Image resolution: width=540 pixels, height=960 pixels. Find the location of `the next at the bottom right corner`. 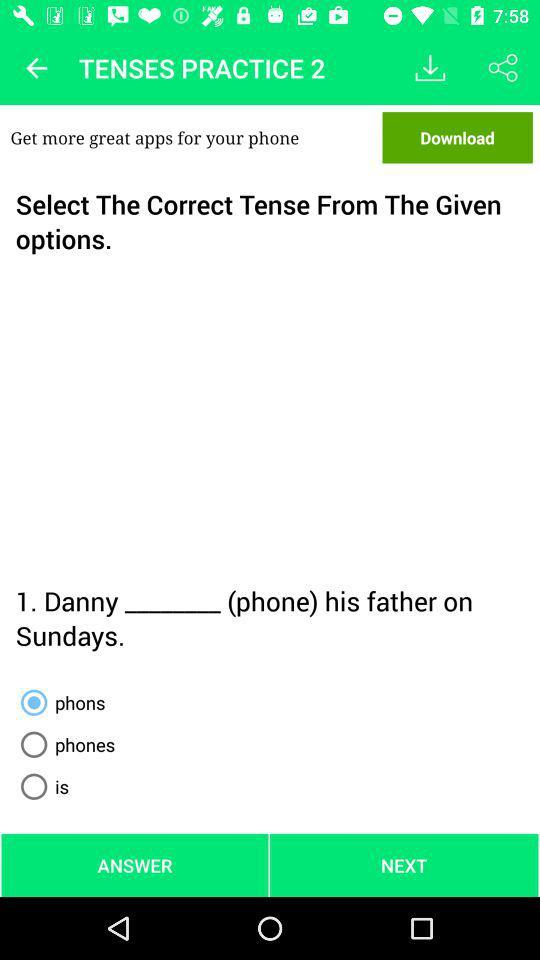

the next at the bottom right corner is located at coordinates (404, 864).